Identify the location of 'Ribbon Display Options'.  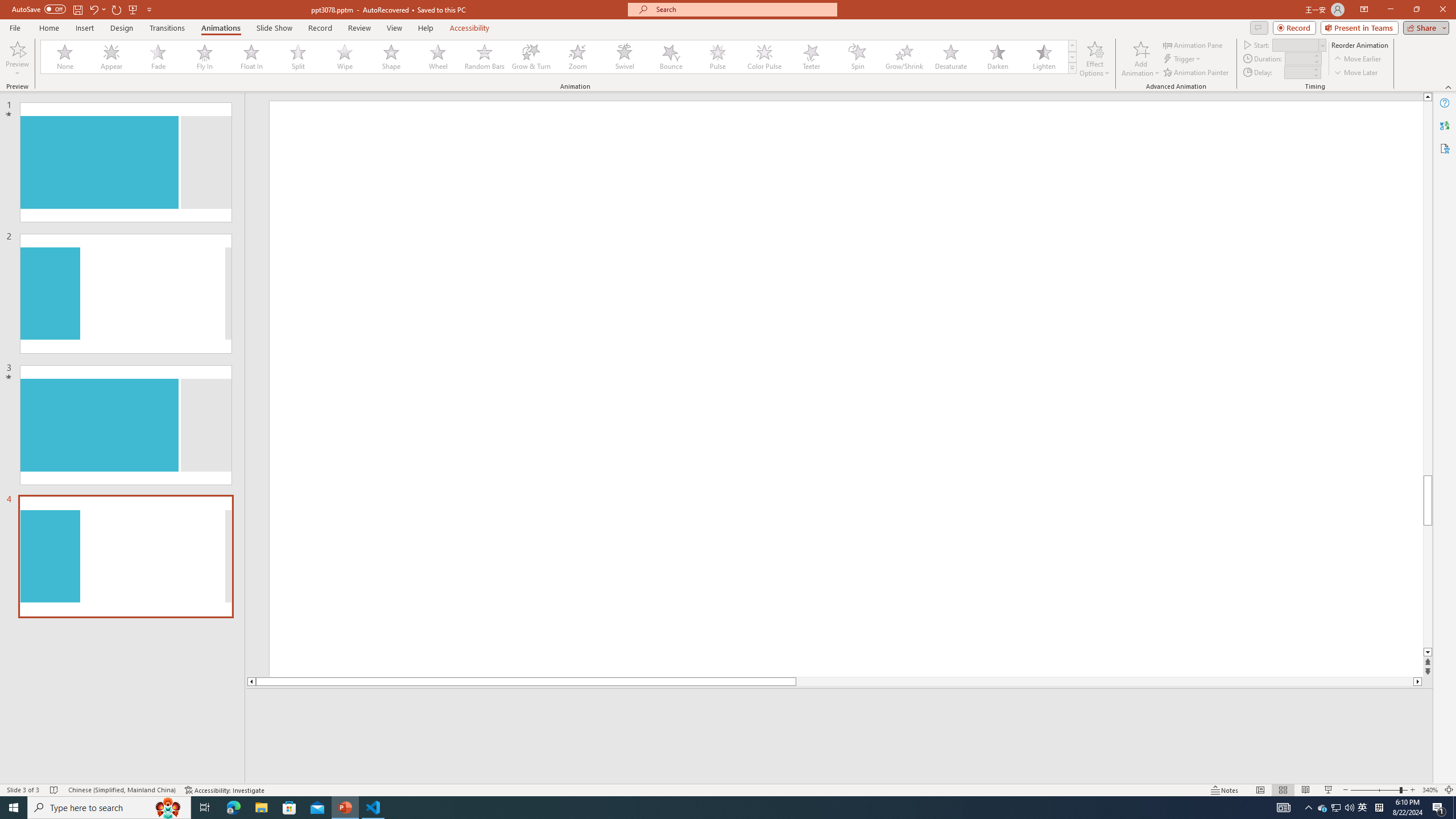
(1363, 9).